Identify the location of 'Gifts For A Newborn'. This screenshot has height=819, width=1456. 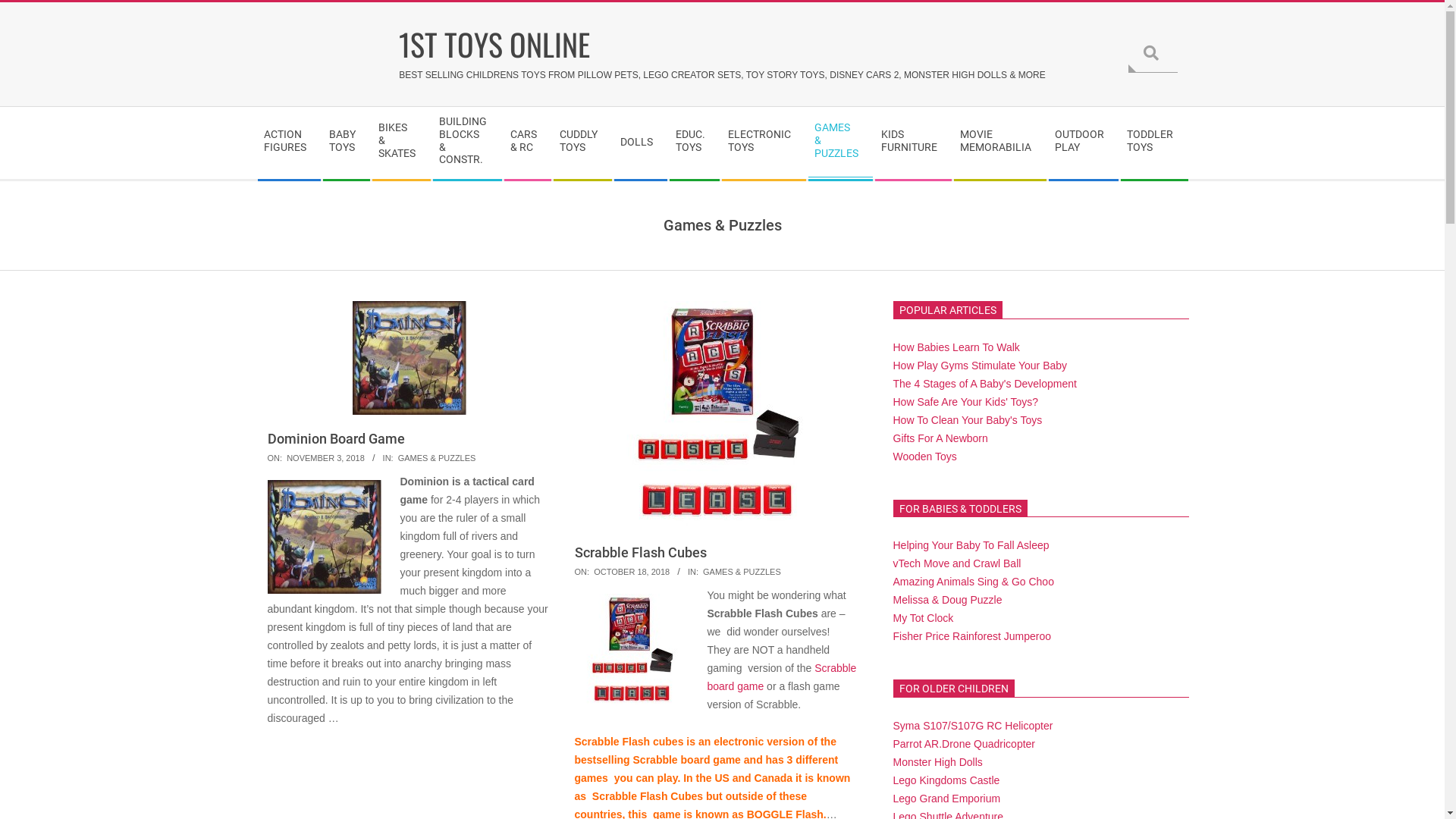
(940, 438).